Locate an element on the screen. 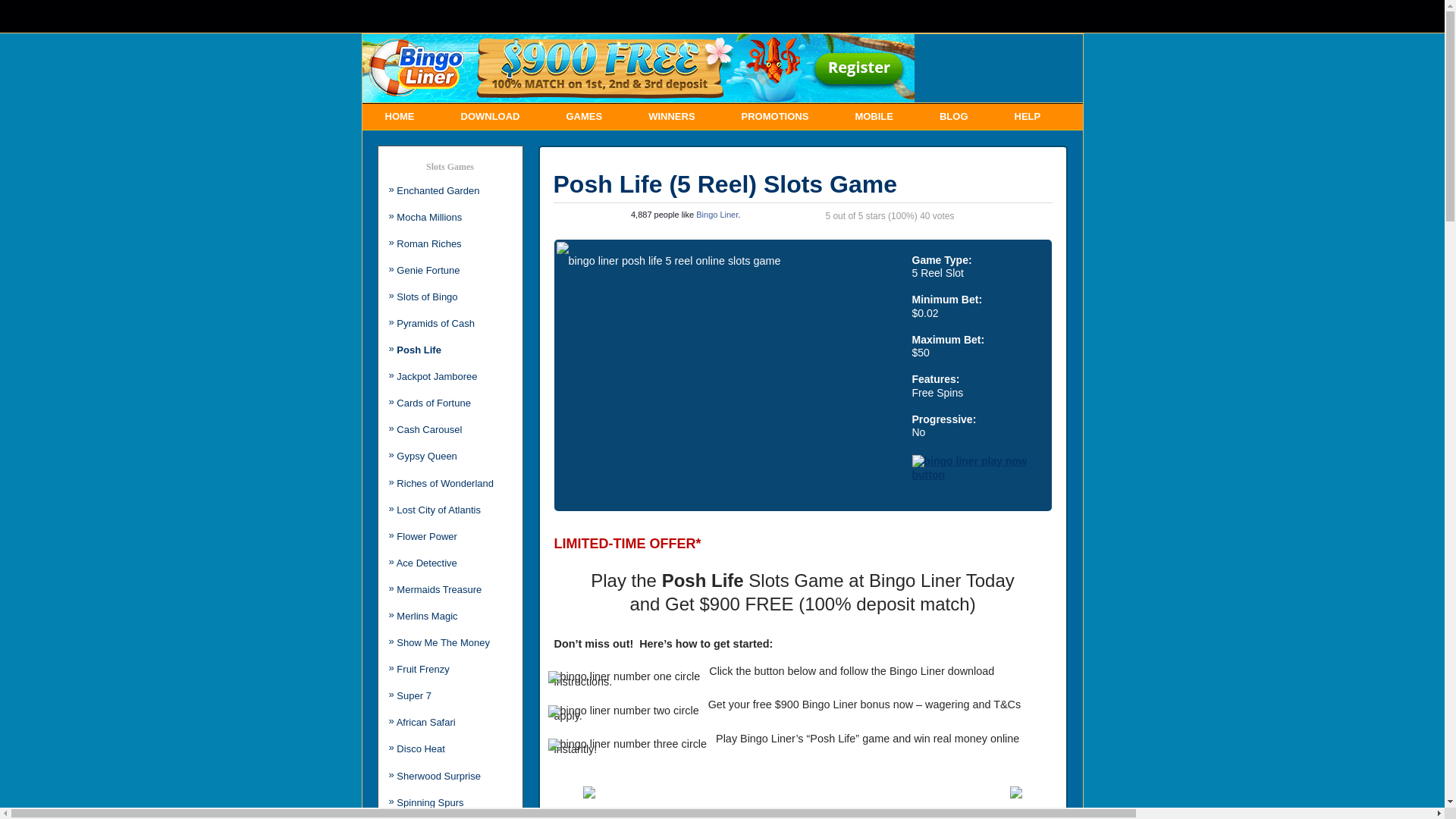 The height and width of the screenshot is (819, 1456). 'Spinning Spurs' is located at coordinates (397, 802).